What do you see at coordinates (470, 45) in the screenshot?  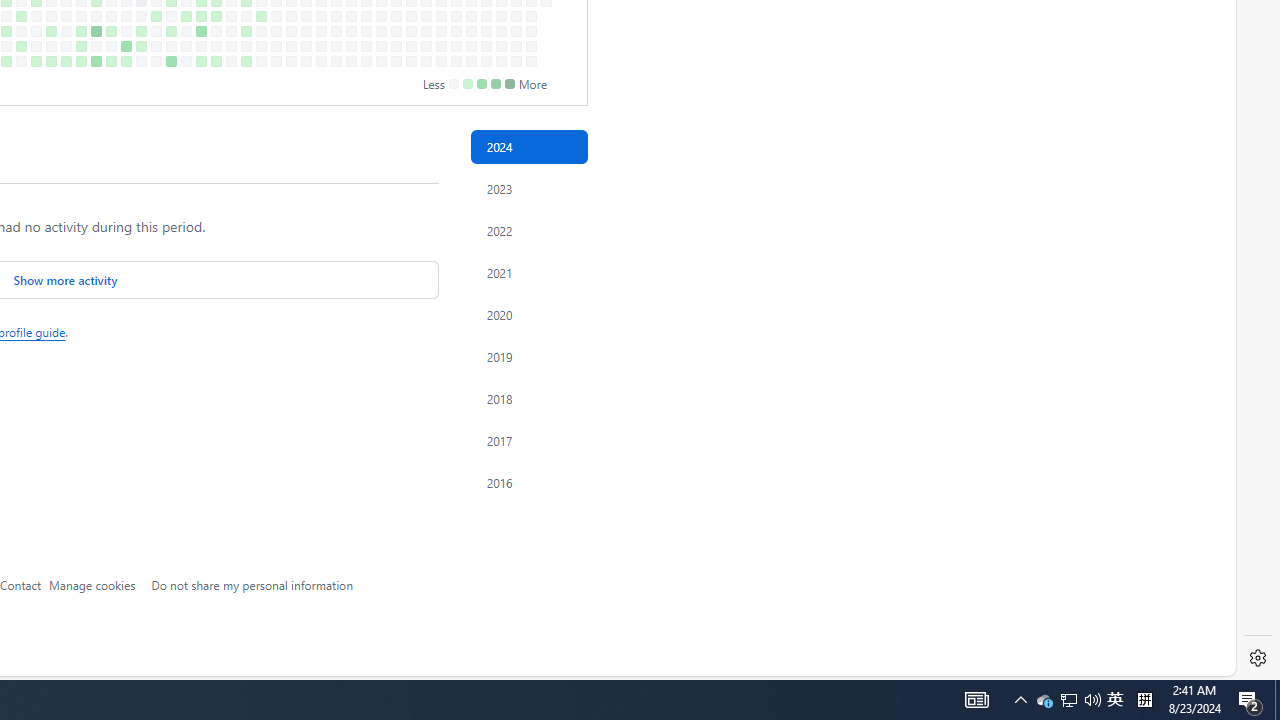 I see `'No contributions on November 29th.'` at bounding box center [470, 45].